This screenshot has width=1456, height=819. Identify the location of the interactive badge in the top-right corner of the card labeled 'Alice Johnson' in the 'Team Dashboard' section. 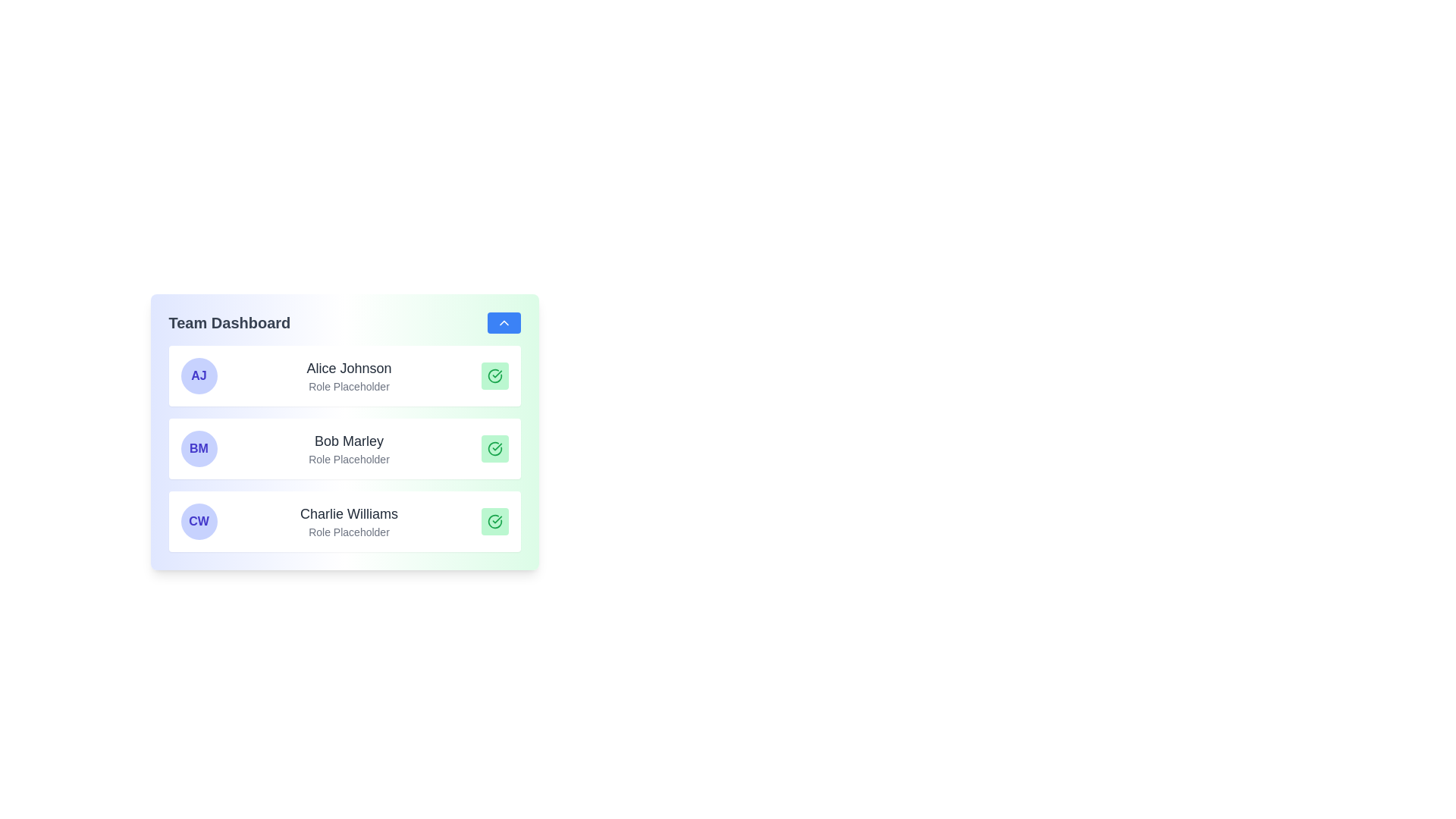
(494, 375).